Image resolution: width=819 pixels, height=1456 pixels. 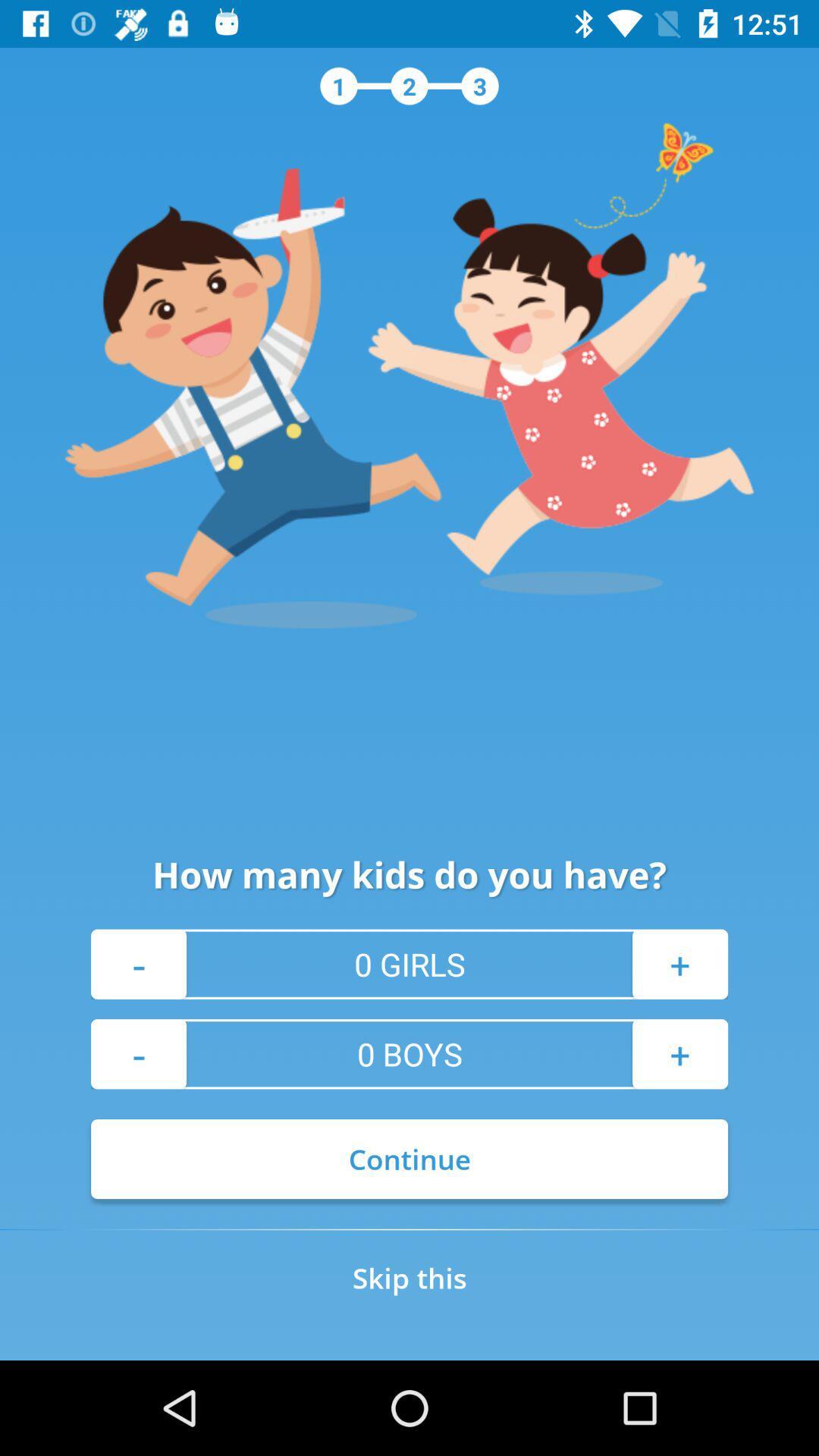 What do you see at coordinates (138, 1053) in the screenshot?
I see `- at the bottom left corner` at bounding box center [138, 1053].